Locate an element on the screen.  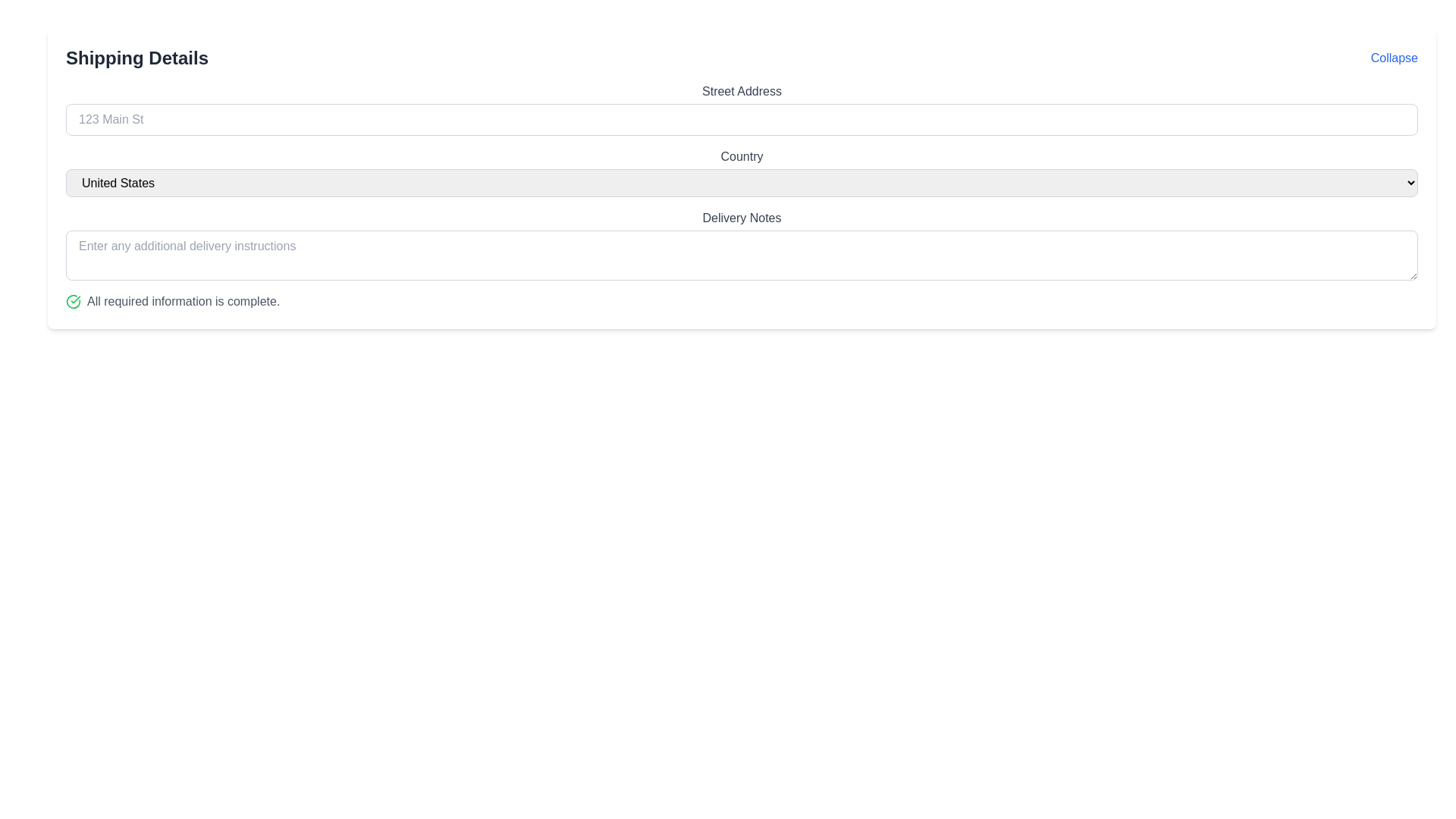
an option from the dropdown menu located below the label 'Country' in the 'Shipping Details' form is located at coordinates (742, 171).